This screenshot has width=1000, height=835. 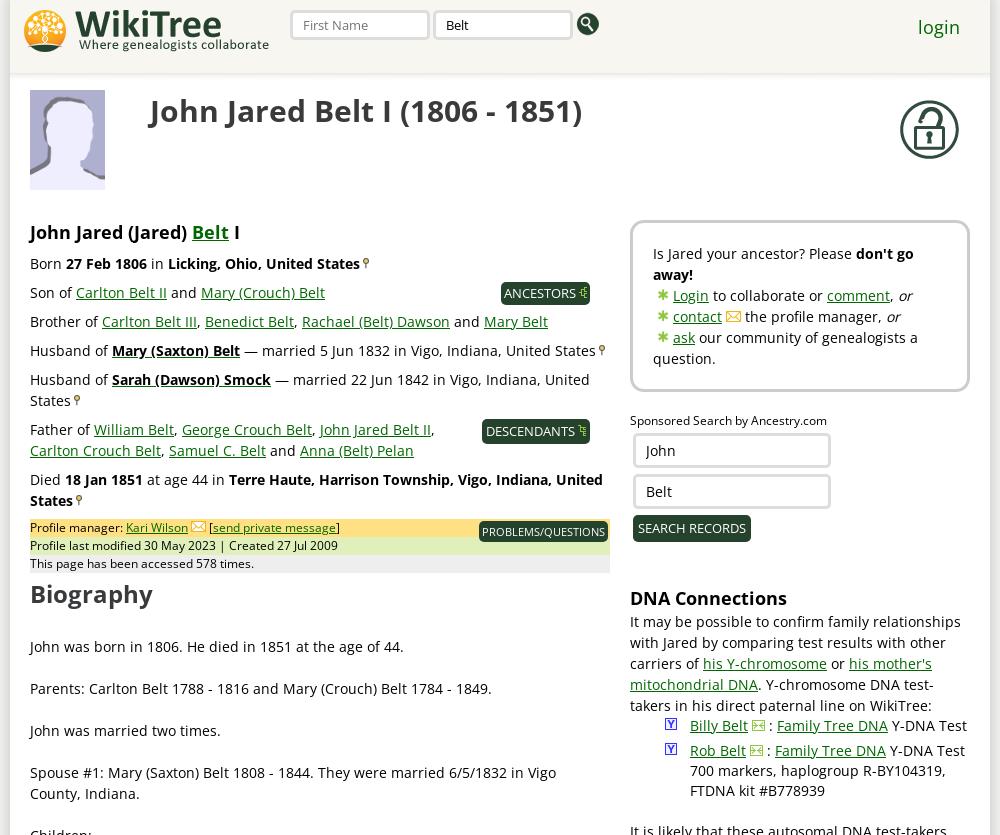 What do you see at coordinates (418, 350) in the screenshot?
I see `'— married
5 Jun 1832 in Vigo, Indiana, United States'` at bounding box center [418, 350].